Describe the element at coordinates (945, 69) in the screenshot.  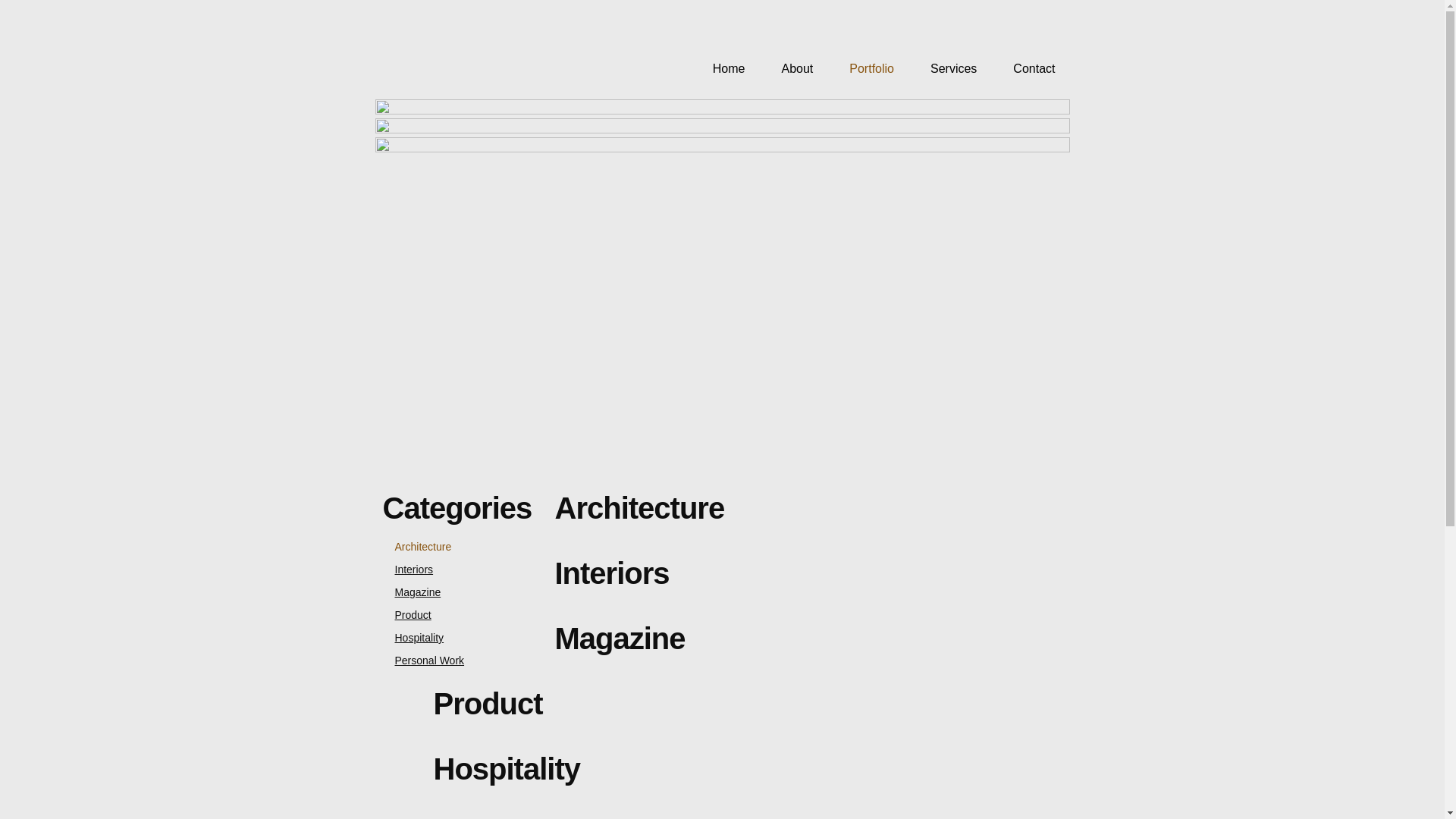
I see `'Services'` at that location.